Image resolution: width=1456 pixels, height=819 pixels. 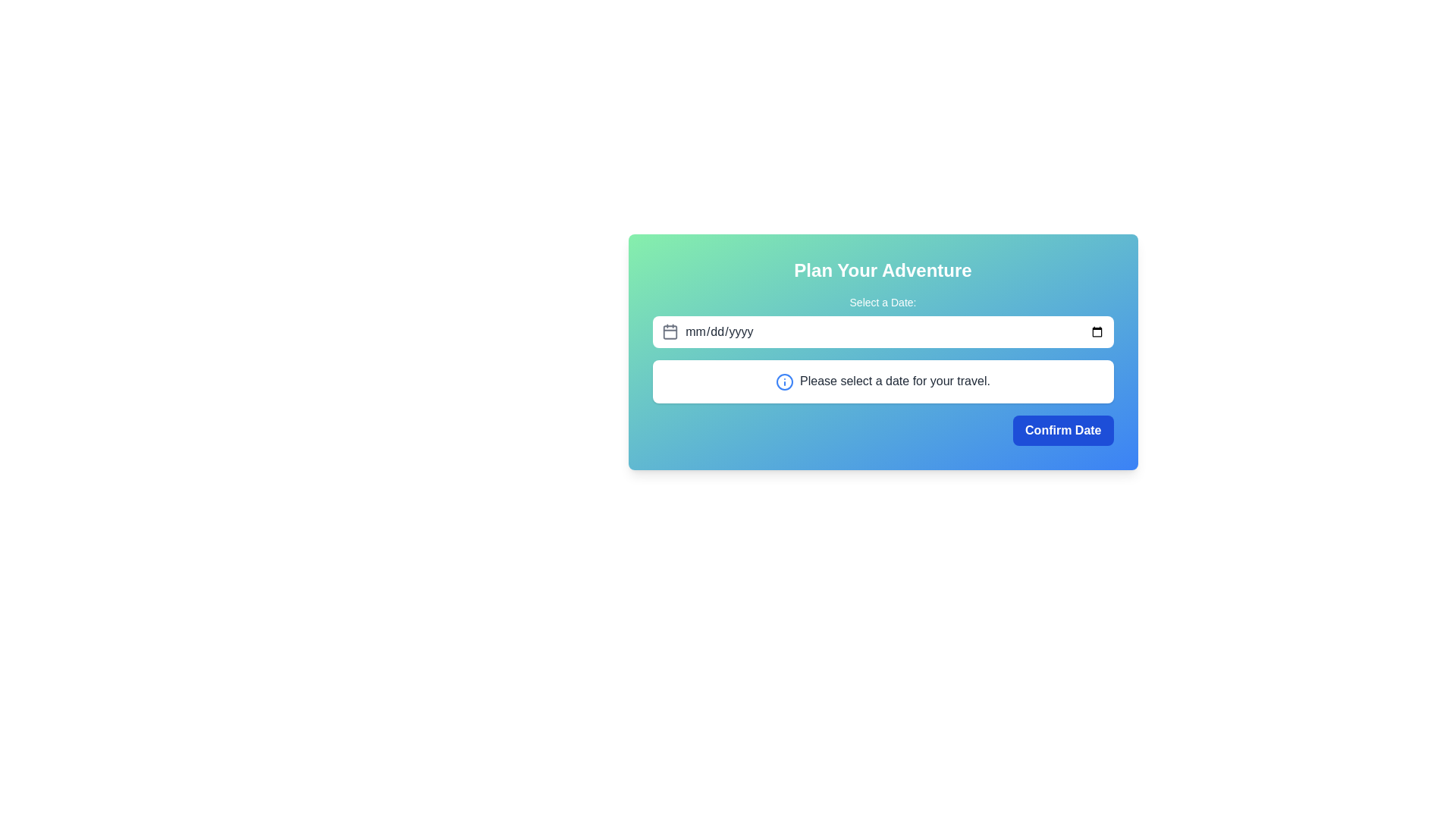 I want to click on the confirm button located at the bottom-right corner of the dialog box to confirm the selected date, so click(x=1062, y=430).